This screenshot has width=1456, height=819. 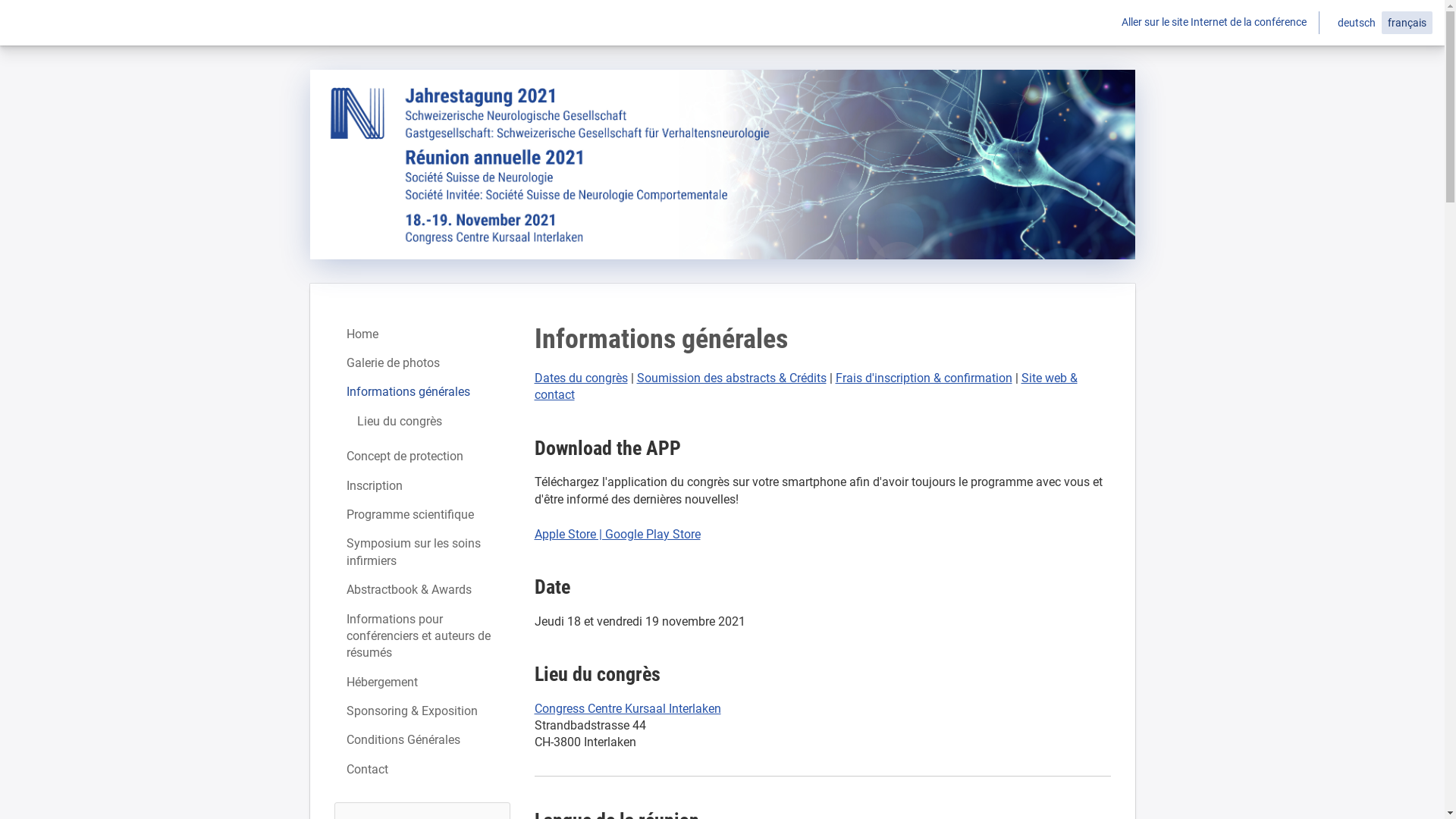 What do you see at coordinates (333, 552) in the screenshot?
I see `'Symposium sur les soins infirmiers'` at bounding box center [333, 552].